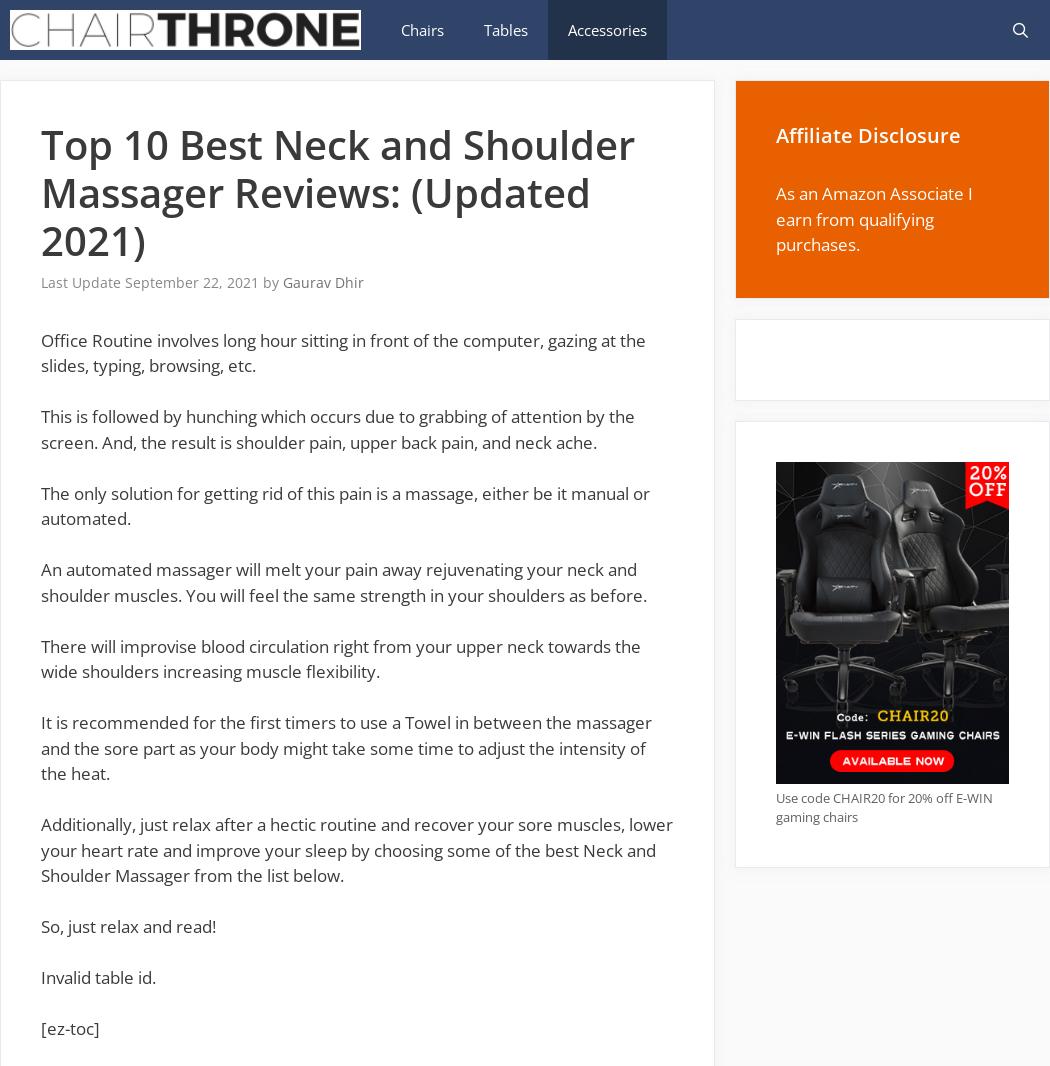 The height and width of the screenshot is (1066, 1050). What do you see at coordinates (272, 282) in the screenshot?
I see `'by'` at bounding box center [272, 282].